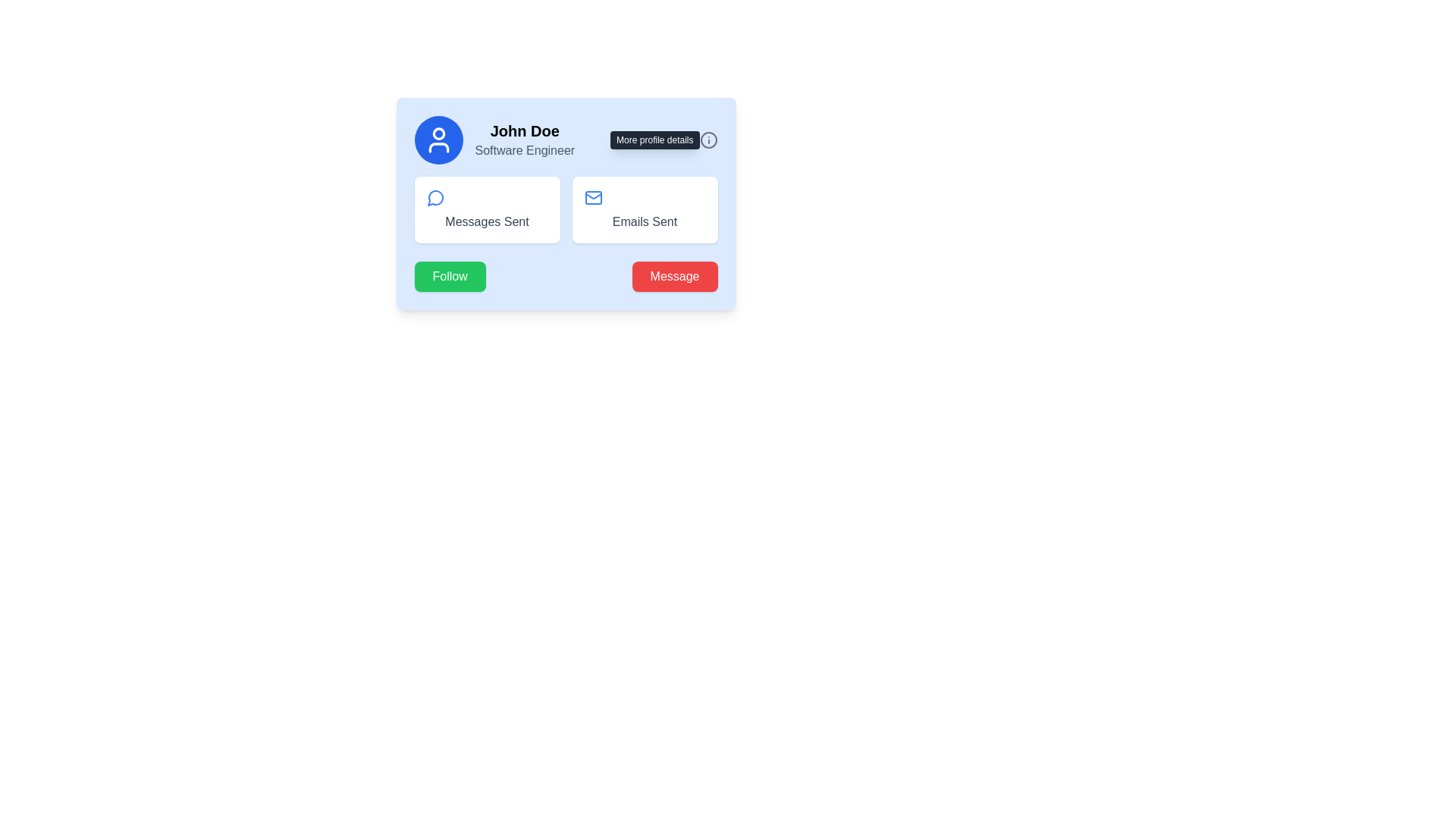 This screenshot has height=819, width=1456. I want to click on the 'Message' button, which is a rectangular button with a red background and white text, located at the bottom-right corner of the card component, to initiate messaging, so click(674, 277).